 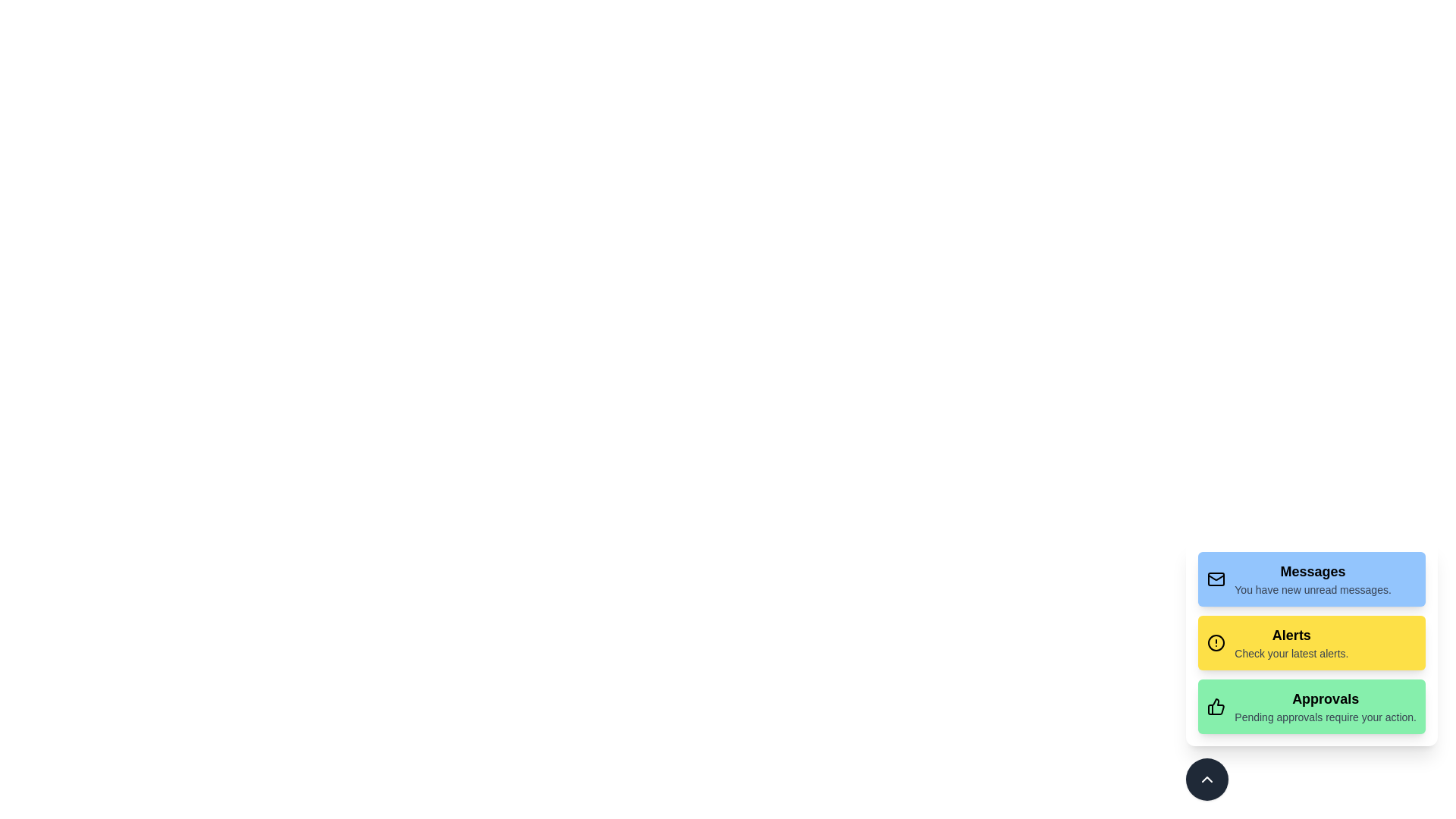 I want to click on the notification to read its description, so click(x=1310, y=579).